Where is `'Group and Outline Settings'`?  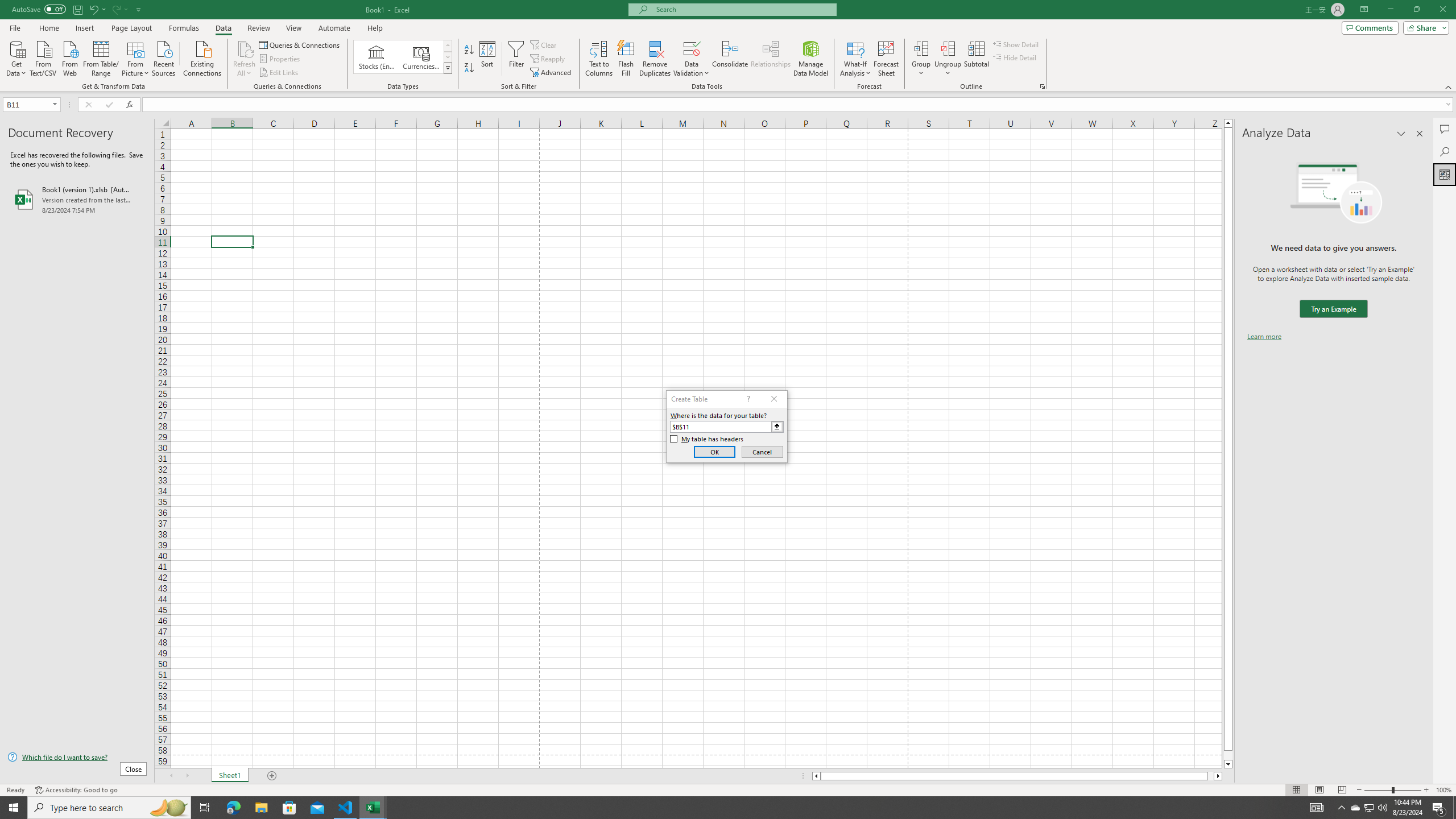
'Group and Outline Settings' is located at coordinates (1041, 85).